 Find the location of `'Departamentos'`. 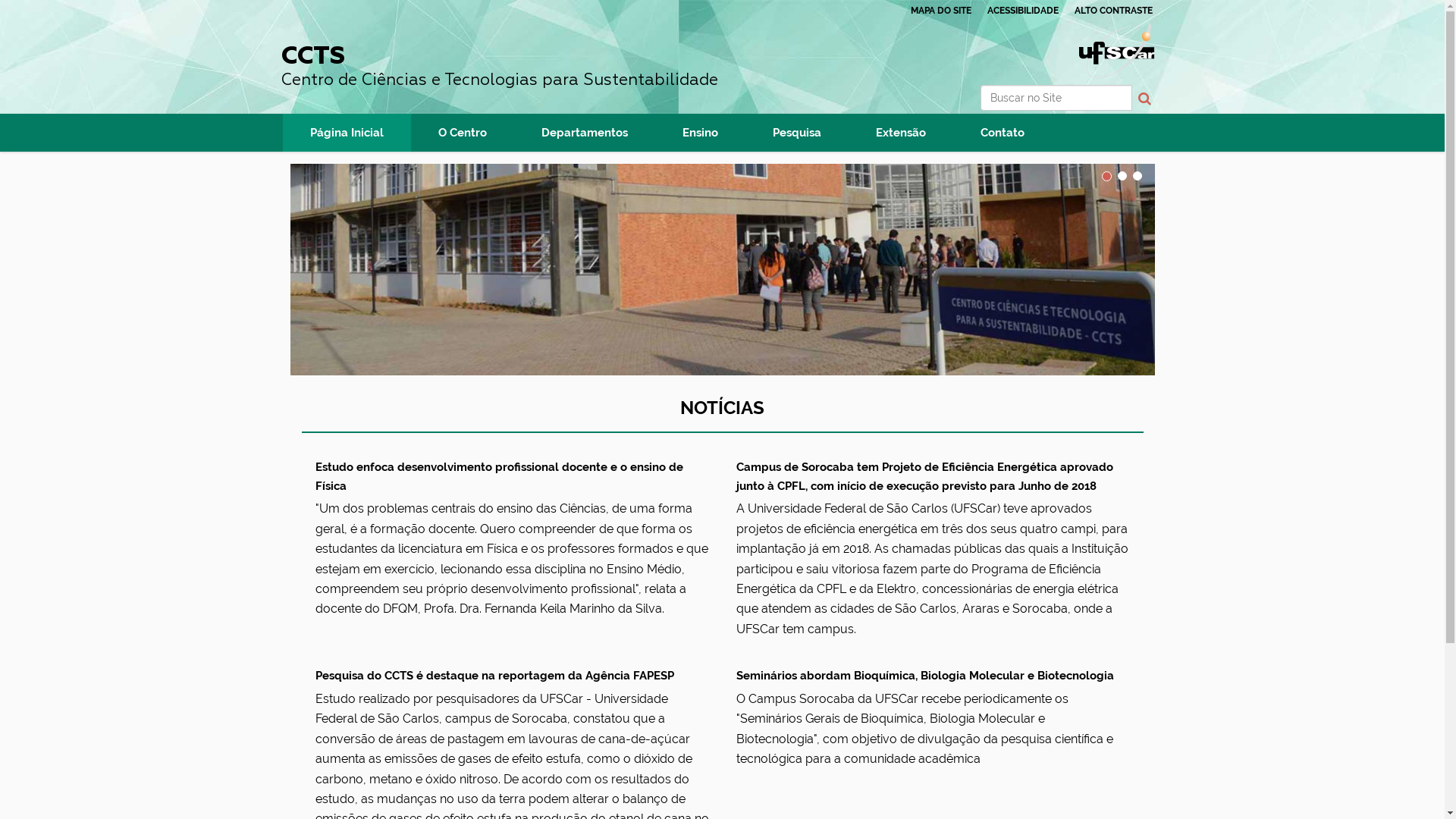

'Departamentos' is located at coordinates (584, 131).